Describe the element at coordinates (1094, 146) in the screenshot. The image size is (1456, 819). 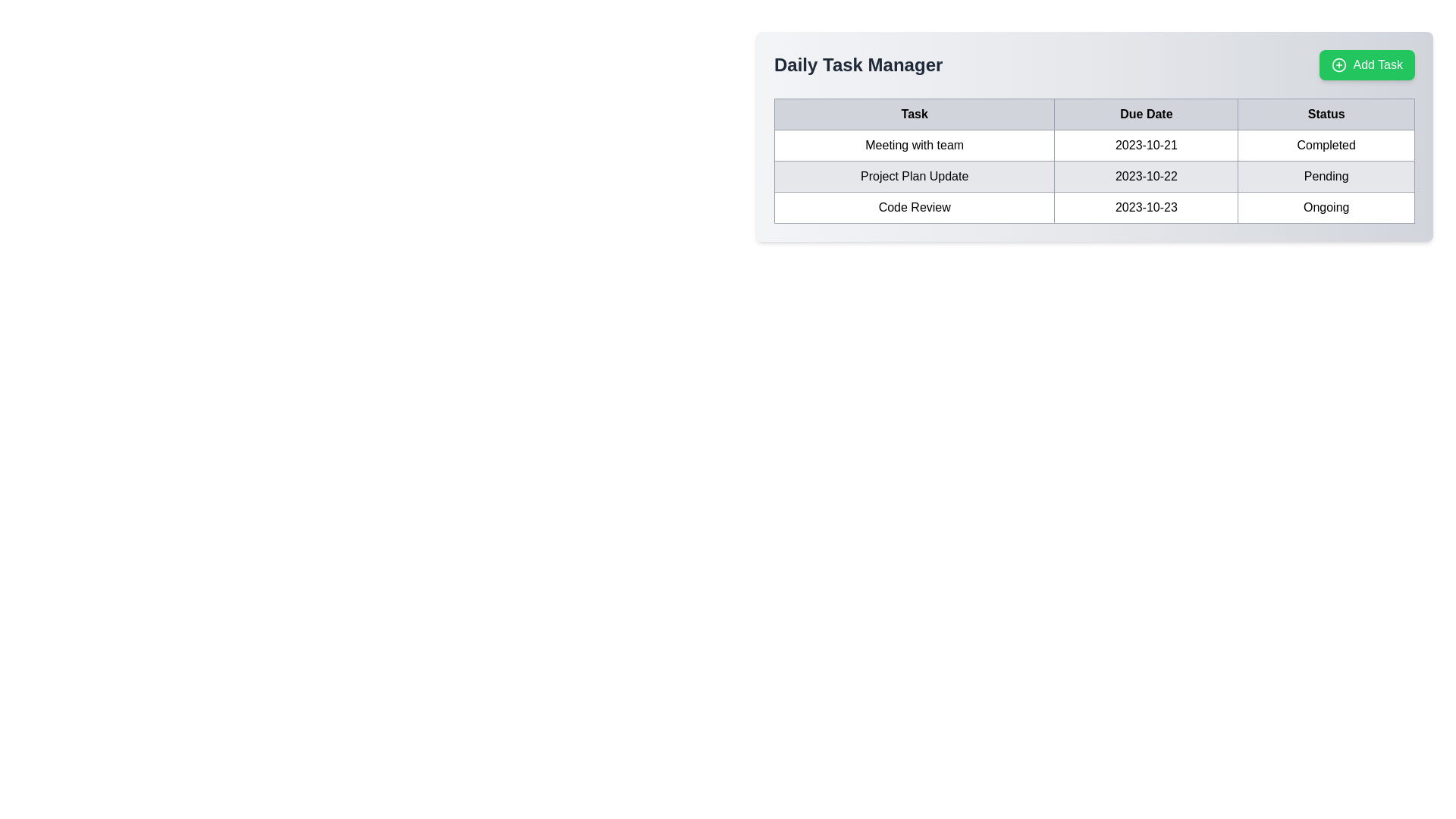
I see `the first table row displaying 'Meeting with team', '2023-10-21', and 'Completed'` at that location.